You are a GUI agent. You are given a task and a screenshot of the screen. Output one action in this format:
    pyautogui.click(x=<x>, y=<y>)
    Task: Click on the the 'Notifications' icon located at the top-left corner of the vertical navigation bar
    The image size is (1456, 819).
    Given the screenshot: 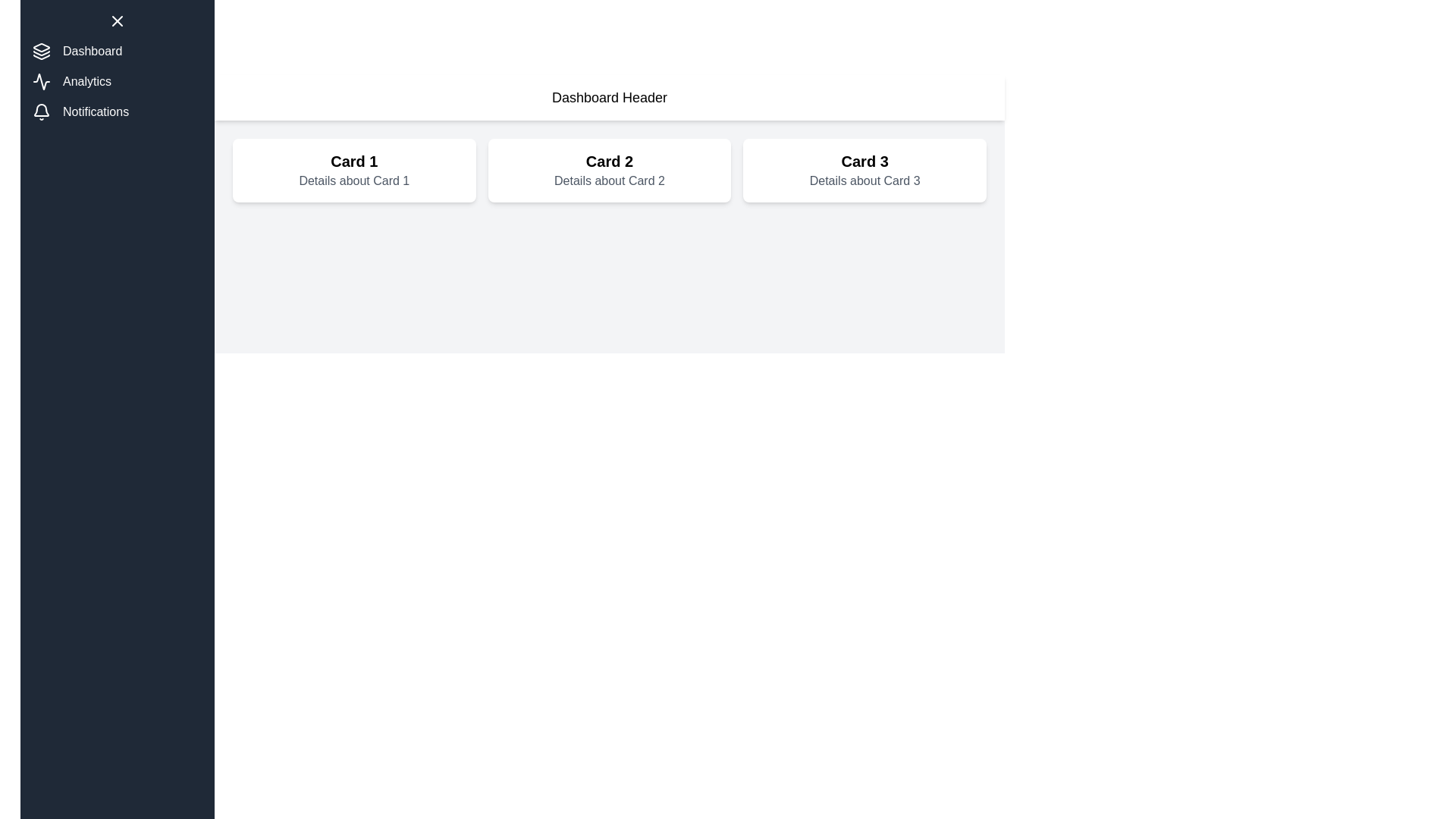 What is the action you would take?
    pyautogui.click(x=41, y=111)
    